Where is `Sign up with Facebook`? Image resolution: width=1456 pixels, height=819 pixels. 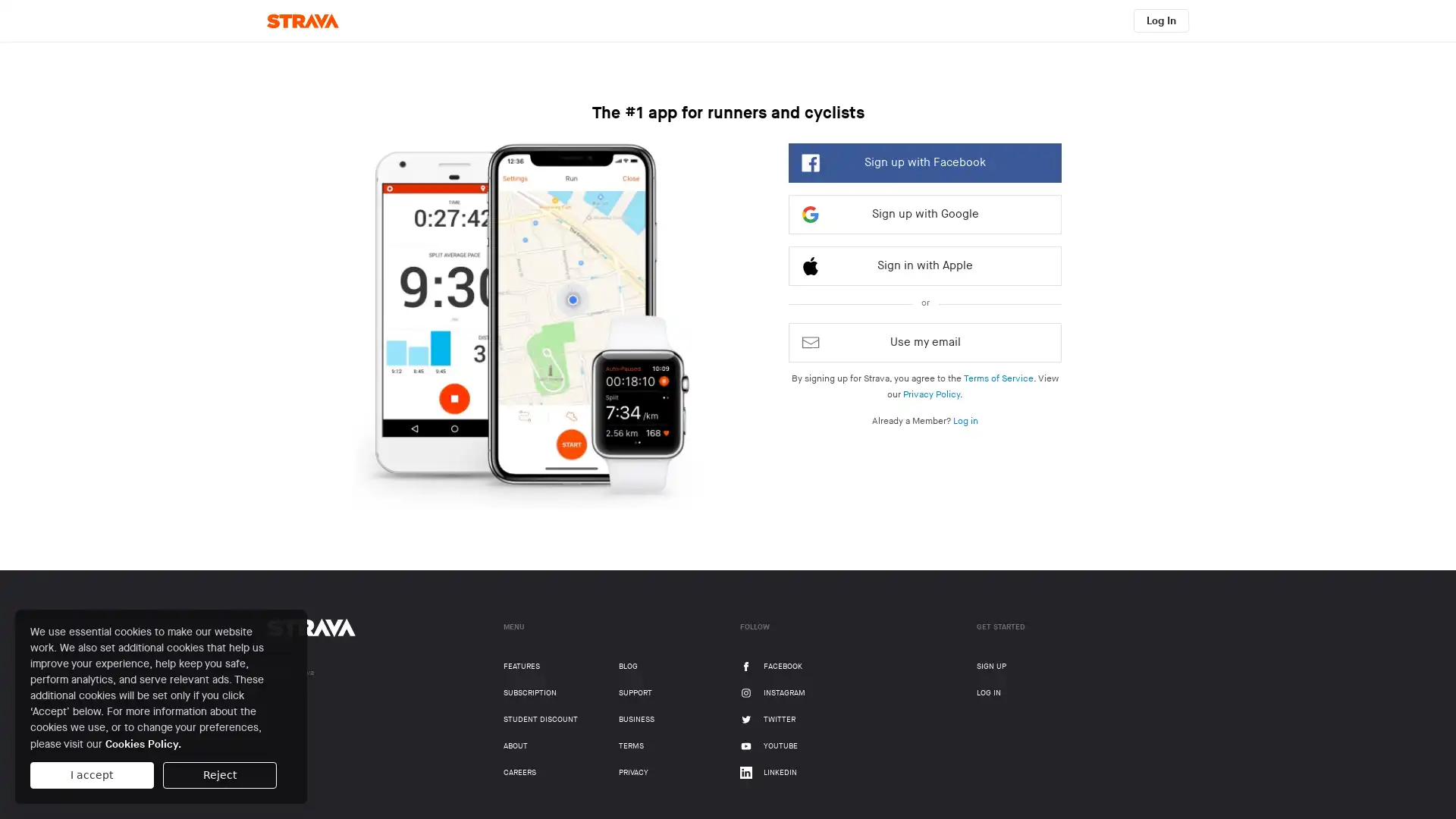 Sign up with Facebook is located at coordinates (924, 163).